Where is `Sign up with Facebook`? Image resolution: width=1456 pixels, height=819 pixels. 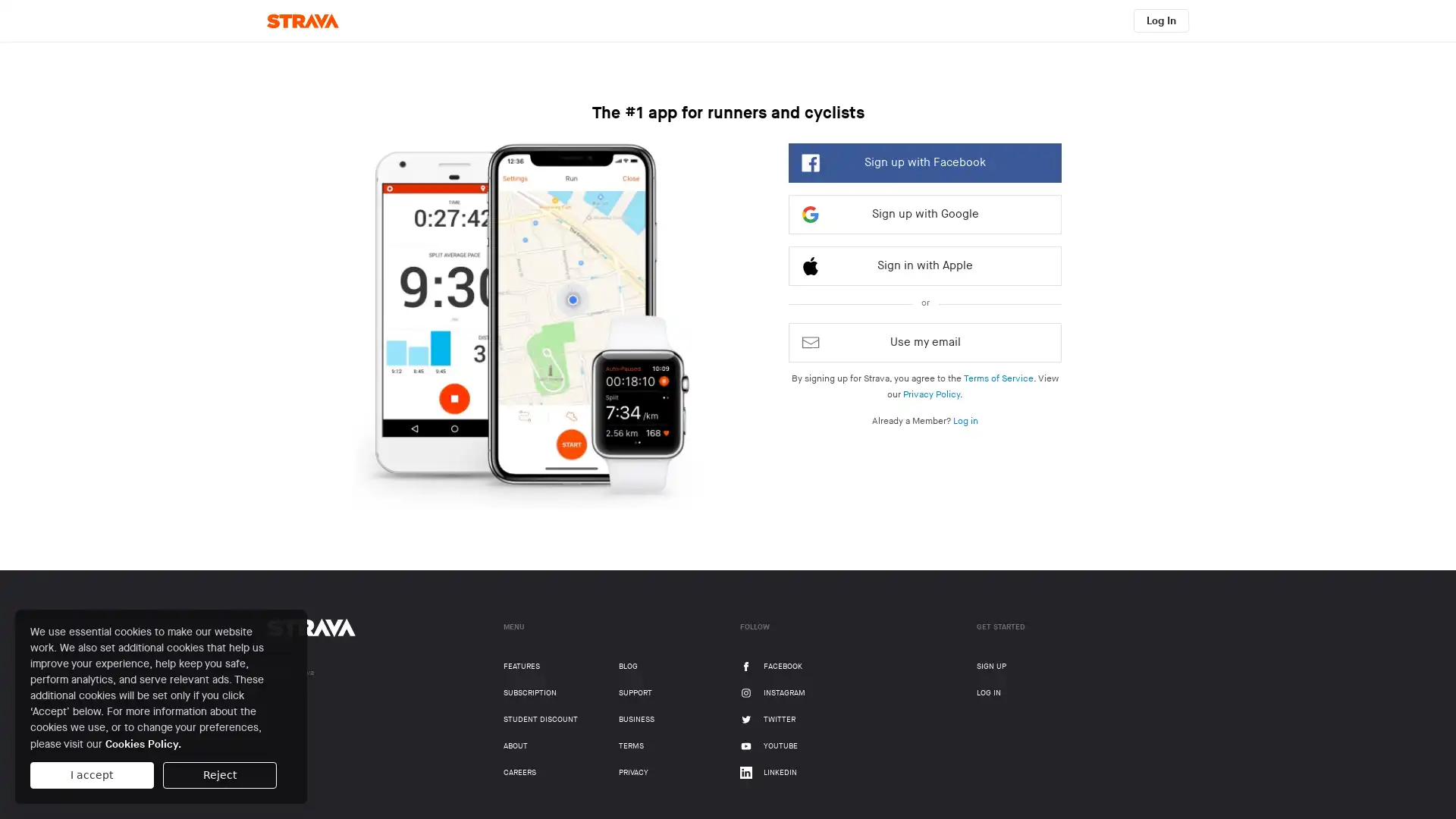 Sign up with Facebook is located at coordinates (924, 163).